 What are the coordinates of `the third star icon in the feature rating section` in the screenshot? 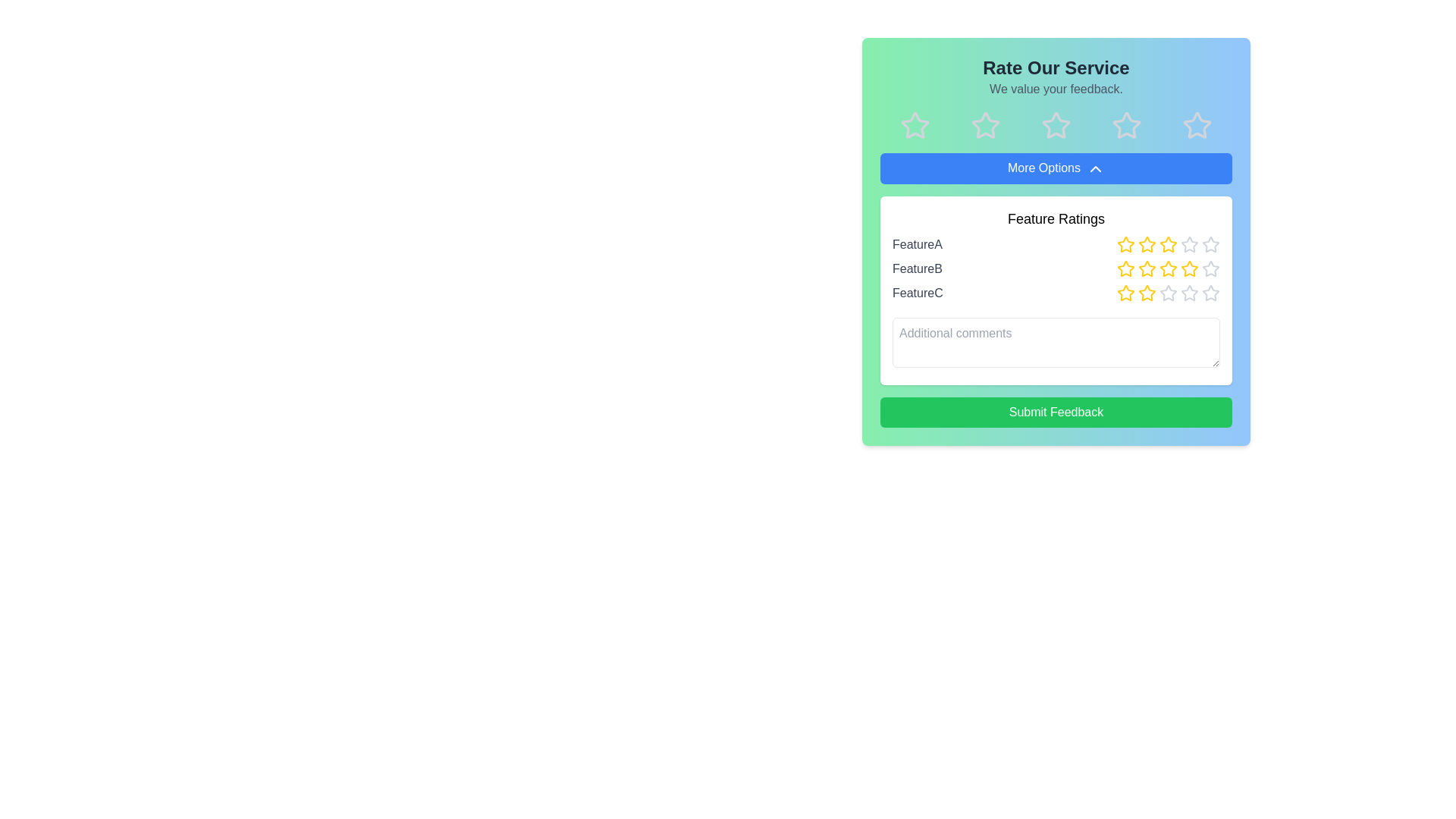 It's located at (1167, 268).